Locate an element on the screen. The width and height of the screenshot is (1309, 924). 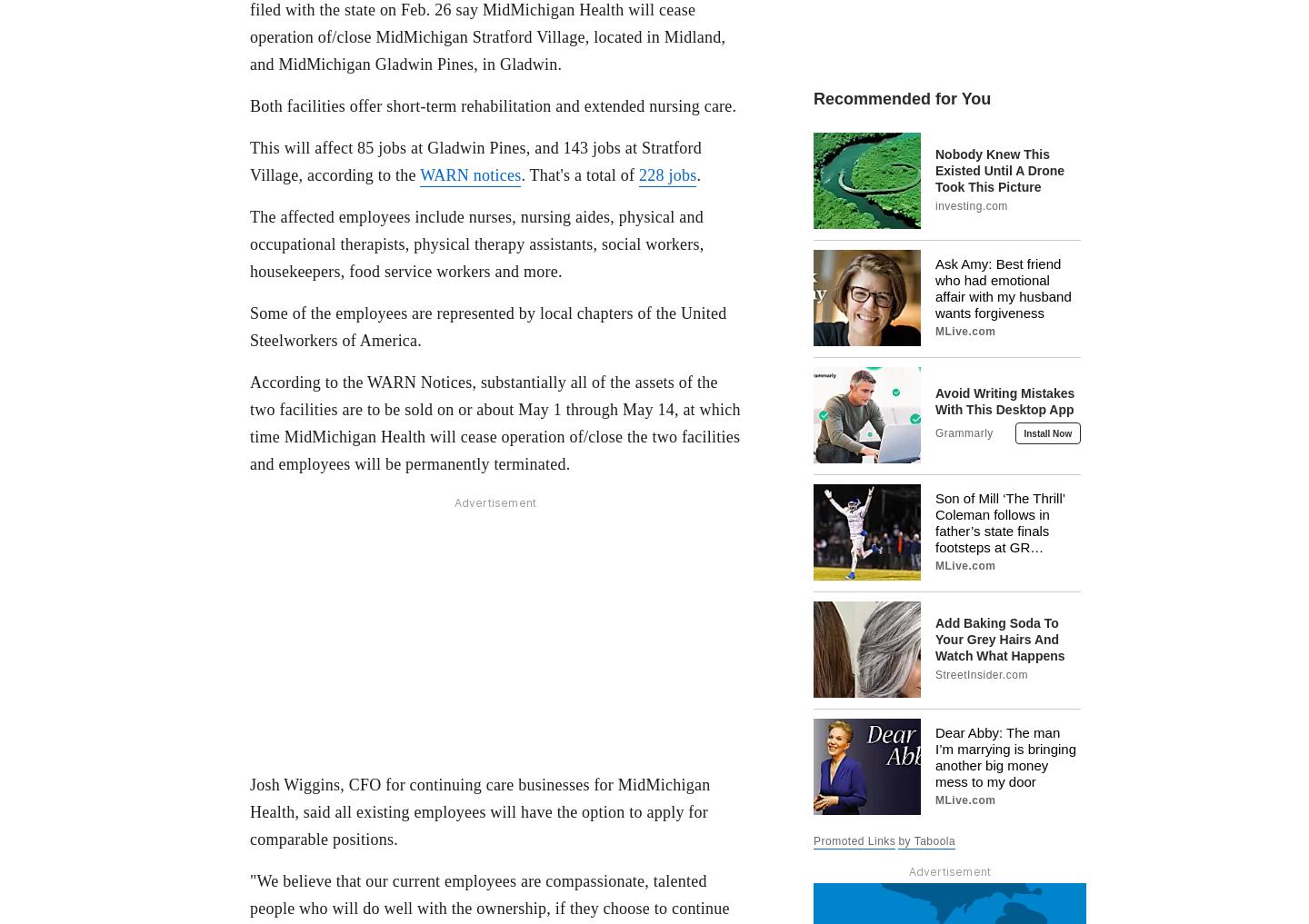
'According to the WARN Notices, substantially all of the assets of the two facilities are to be sold on or about May 1 through May 14, at which time MidMichigan Health will cease operation of/close the two facilities and employees will be permanently terminated.' is located at coordinates (495, 421).